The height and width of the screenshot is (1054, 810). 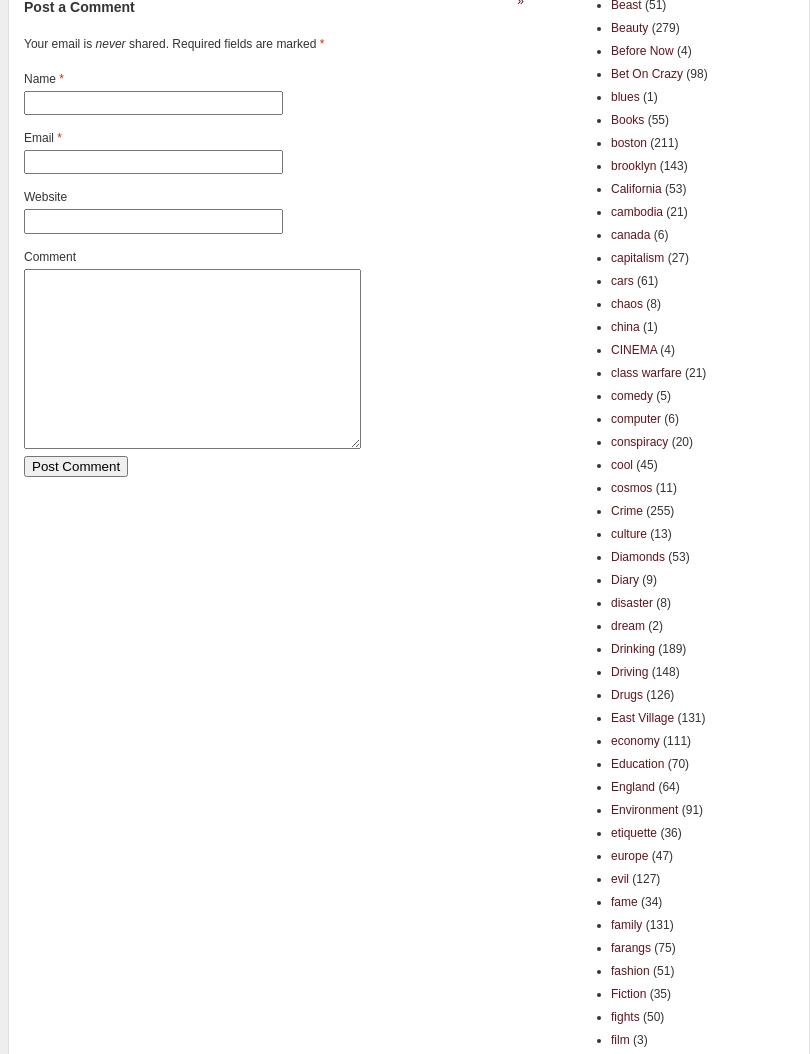 What do you see at coordinates (650, 1014) in the screenshot?
I see `'(50)'` at bounding box center [650, 1014].